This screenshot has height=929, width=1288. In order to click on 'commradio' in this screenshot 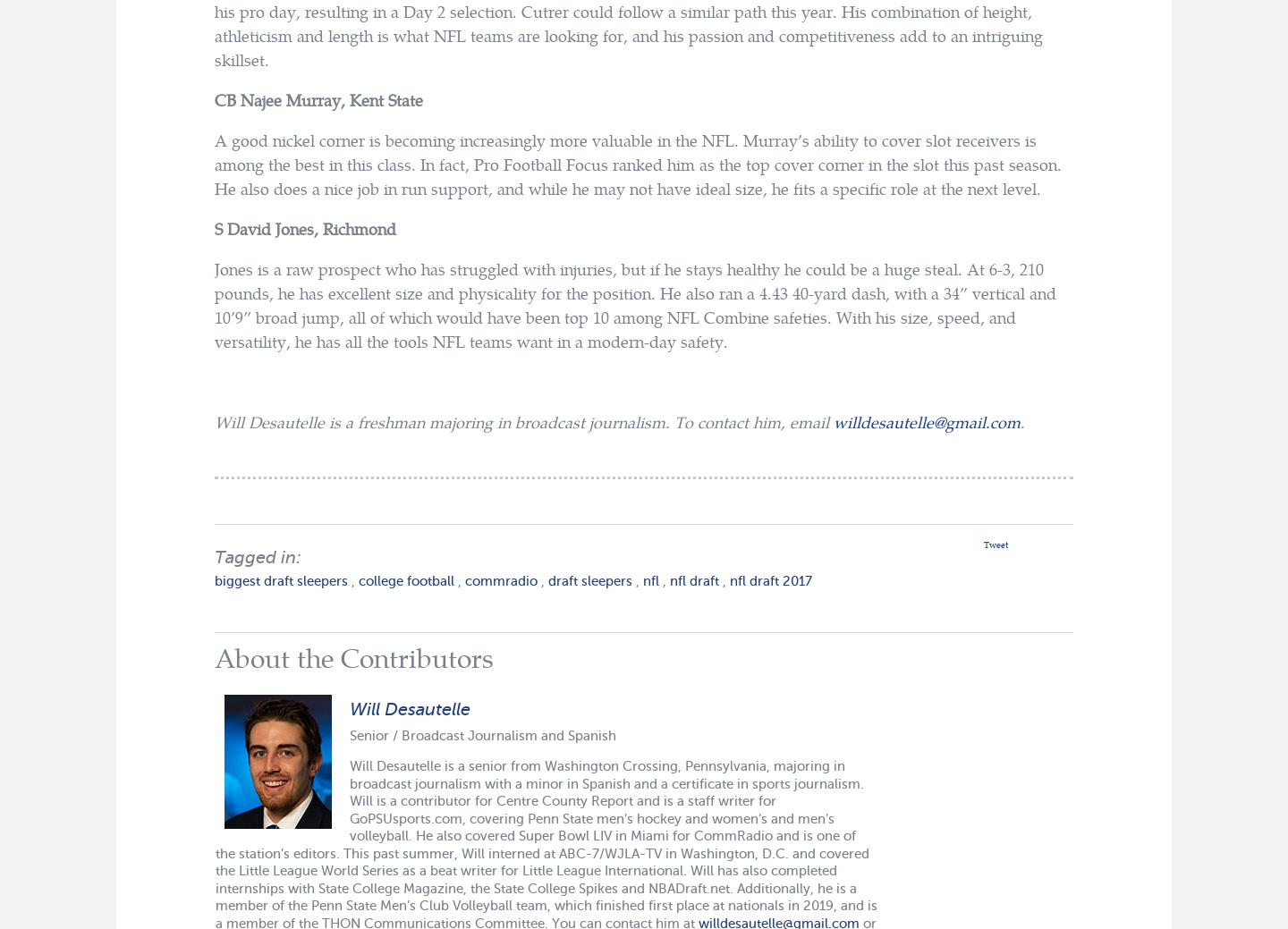, I will do `click(501, 580)`.